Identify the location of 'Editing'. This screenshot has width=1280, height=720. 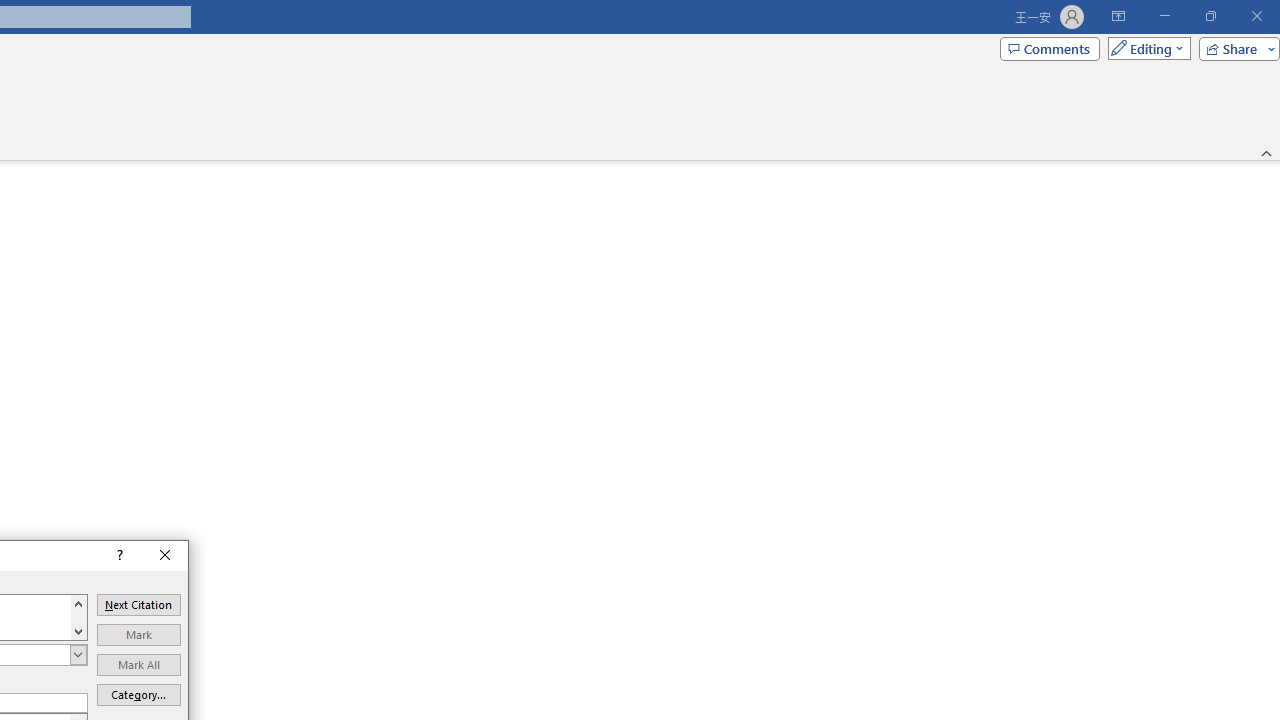
(1144, 47).